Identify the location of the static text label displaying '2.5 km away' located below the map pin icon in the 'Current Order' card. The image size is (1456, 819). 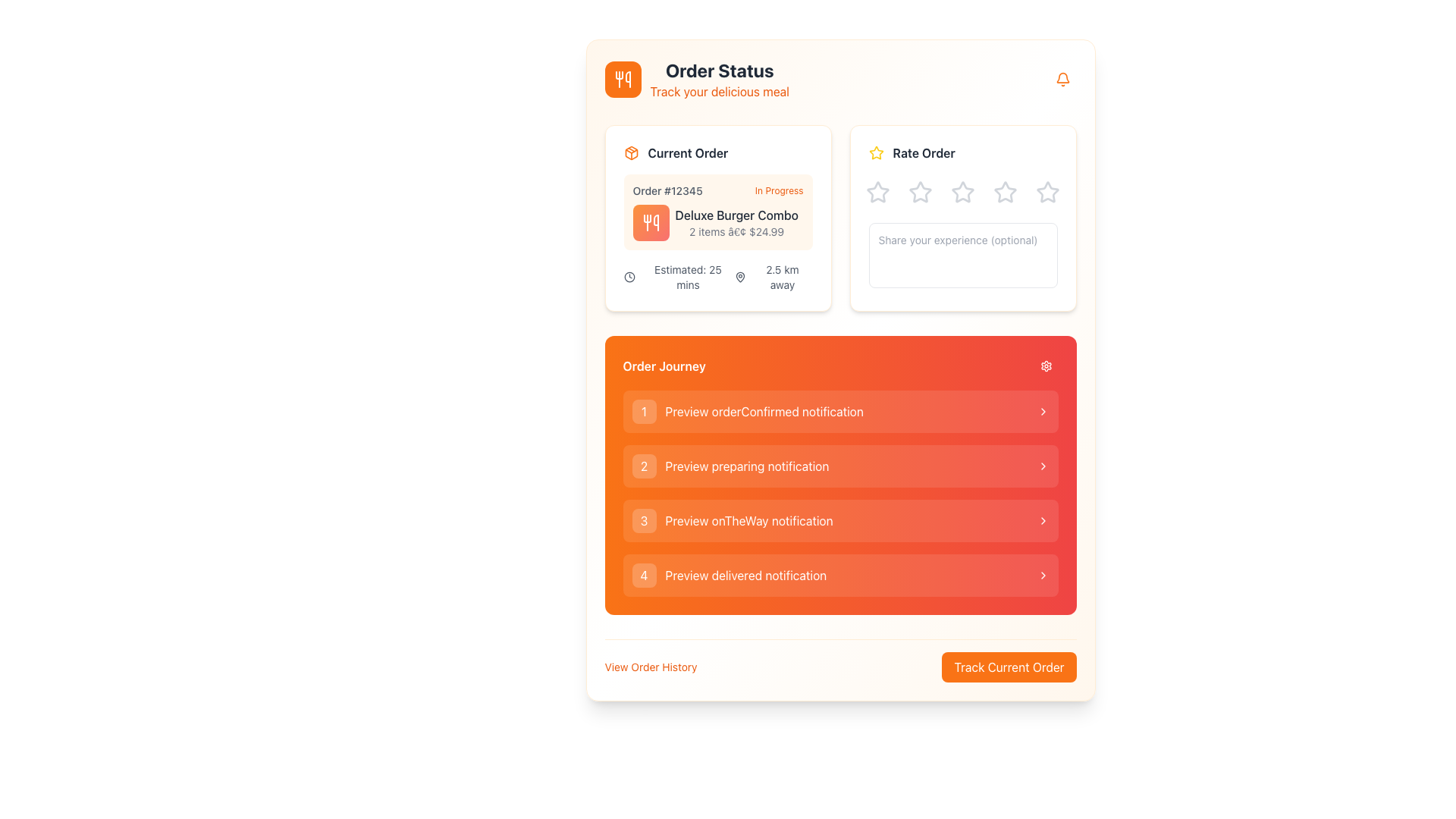
(783, 278).